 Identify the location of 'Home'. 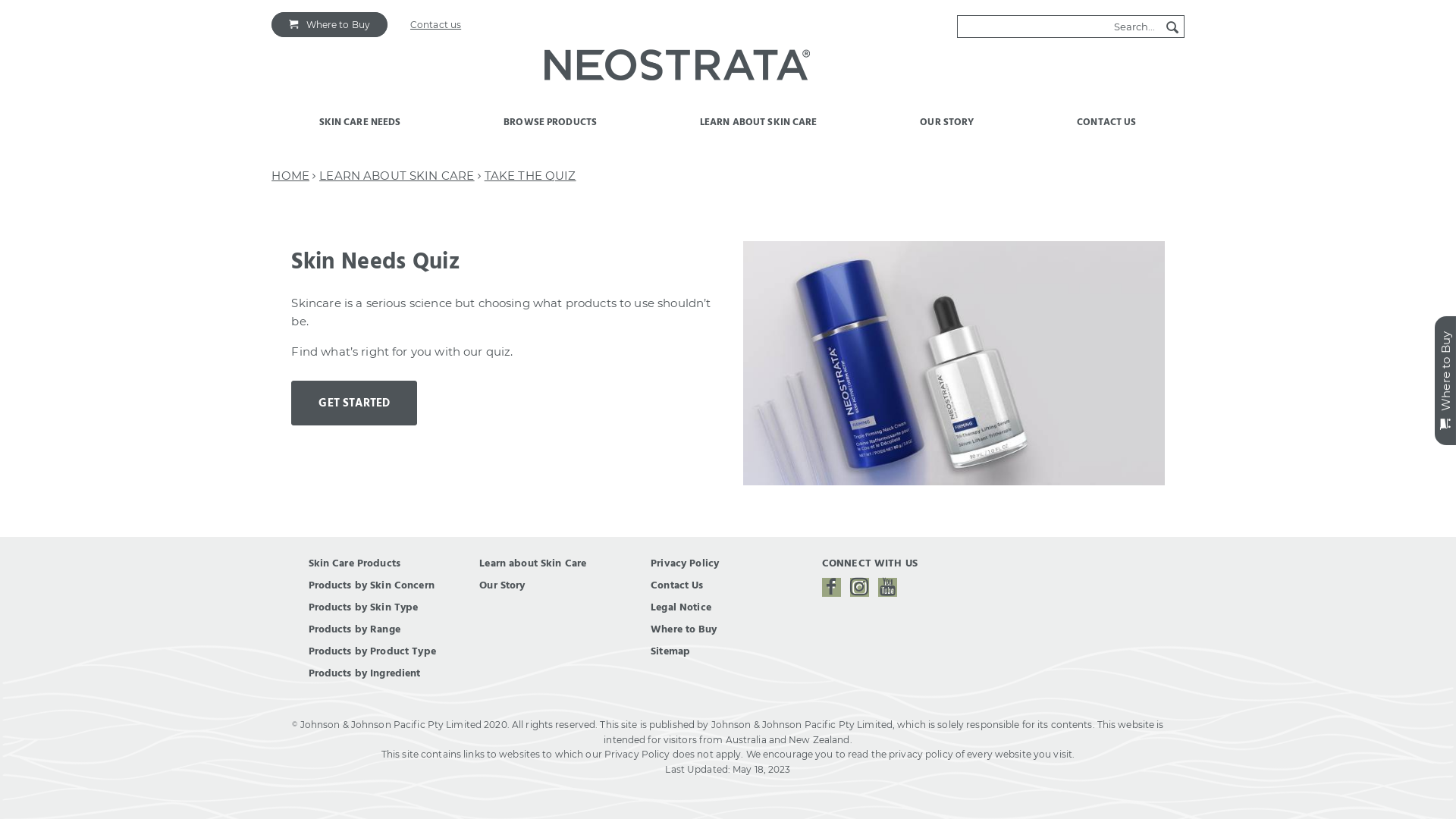
(676, 67).